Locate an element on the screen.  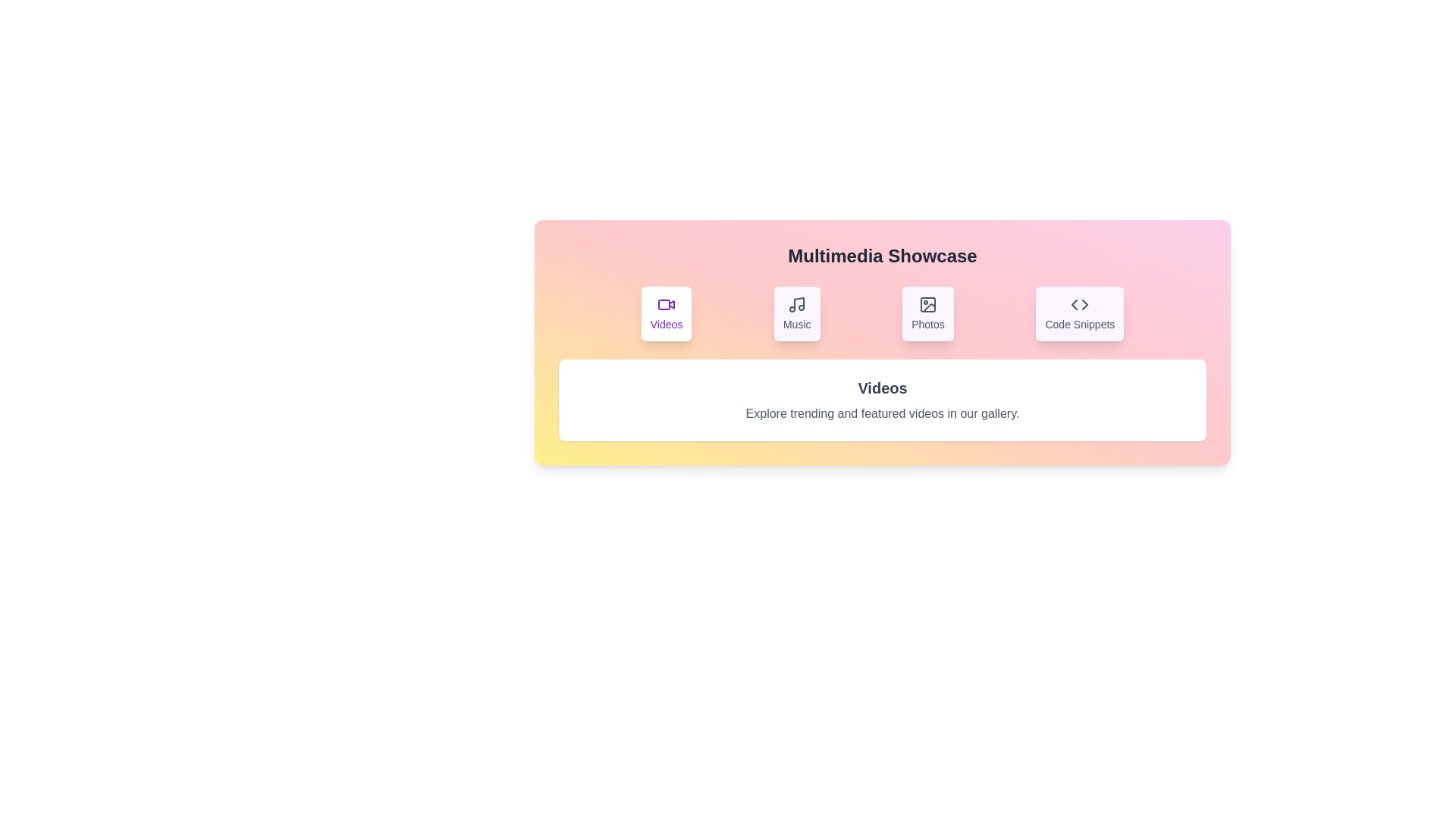
the tab labeled Videos to switch the content is located at coordinates (666, 312).